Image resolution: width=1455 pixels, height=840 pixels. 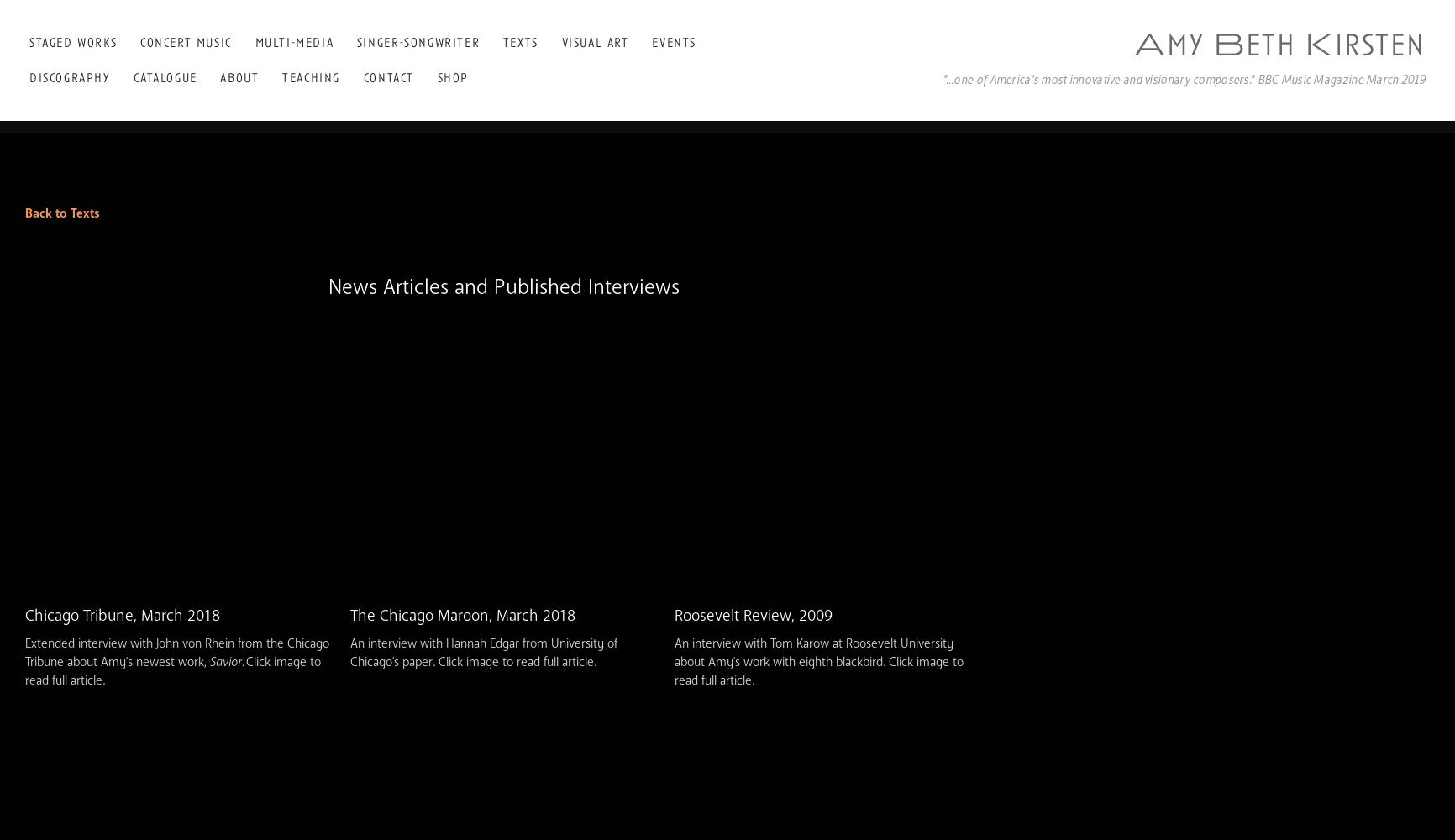 What do you see at coordinates (503, 286) in the screenshot?
I see `'News Articles and Published Interviews'` at bounding box center [503, 286].